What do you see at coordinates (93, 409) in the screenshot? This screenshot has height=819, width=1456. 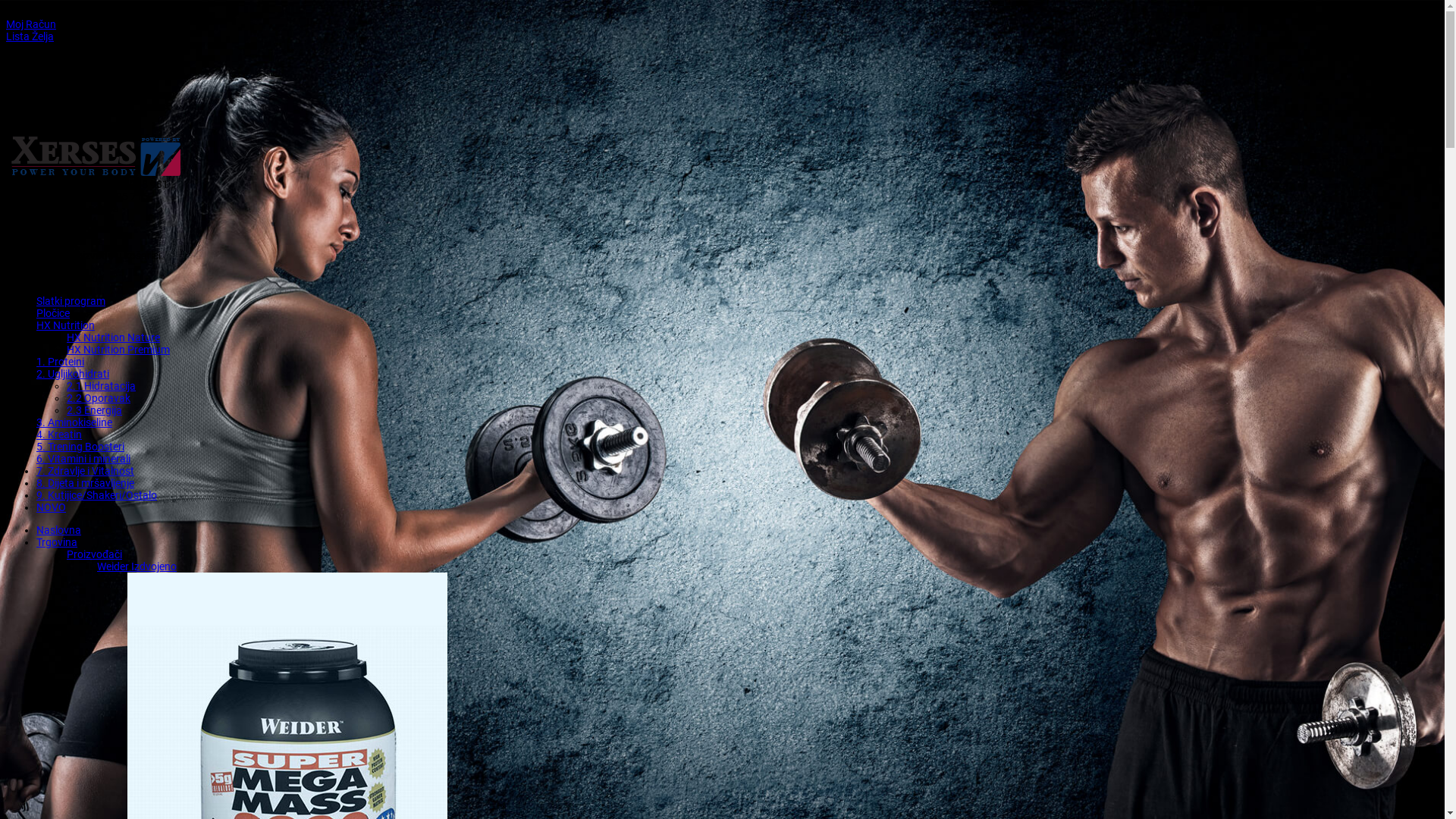 I see `'2.3 Energija'` at bounding box center [93, 409].